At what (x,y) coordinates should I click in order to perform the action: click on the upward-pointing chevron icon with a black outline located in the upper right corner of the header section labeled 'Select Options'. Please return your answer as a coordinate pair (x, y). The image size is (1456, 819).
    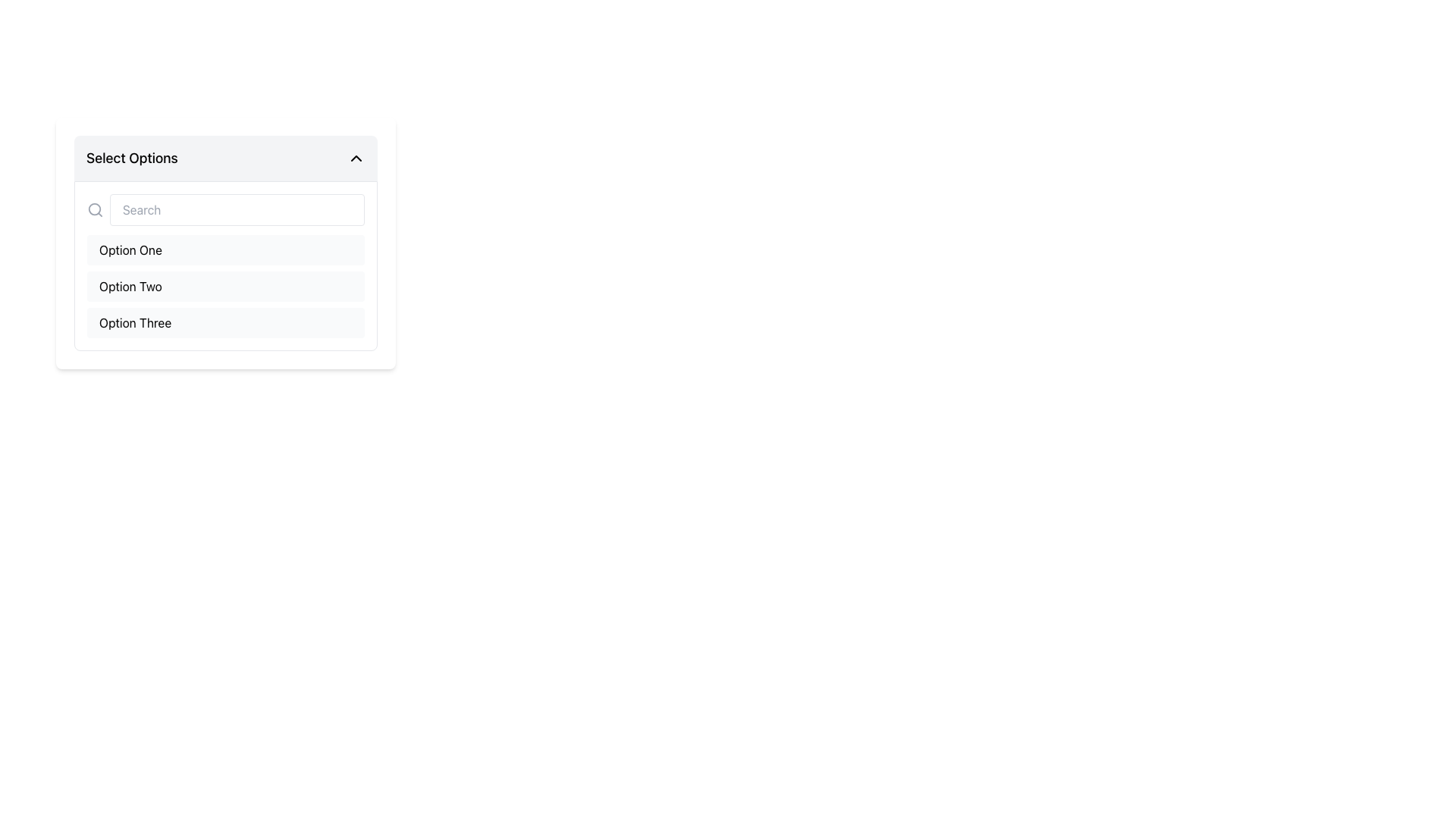
    Looking at the image, I should click on (356, 158).